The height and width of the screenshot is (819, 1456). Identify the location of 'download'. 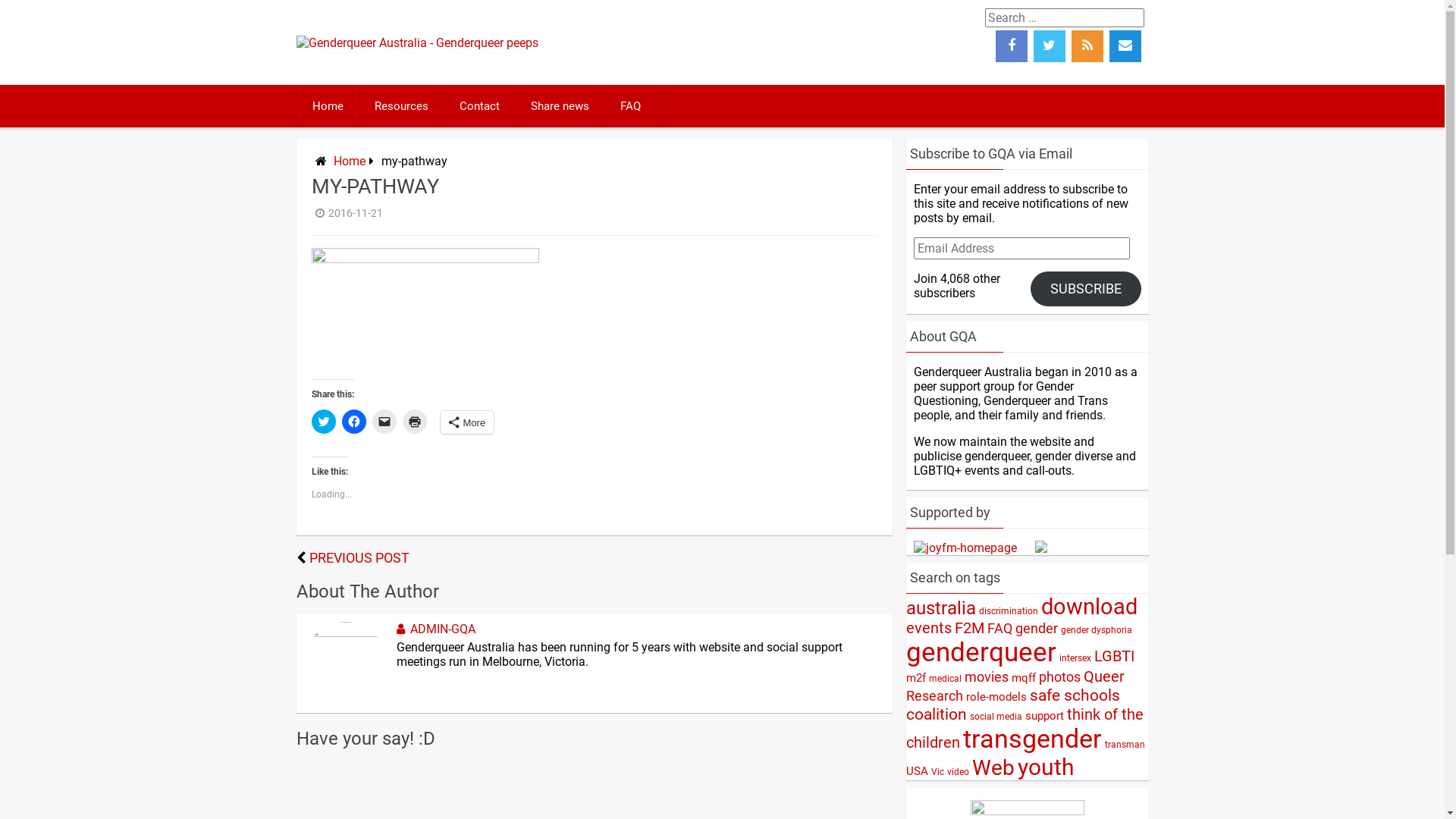
(1087, 605).